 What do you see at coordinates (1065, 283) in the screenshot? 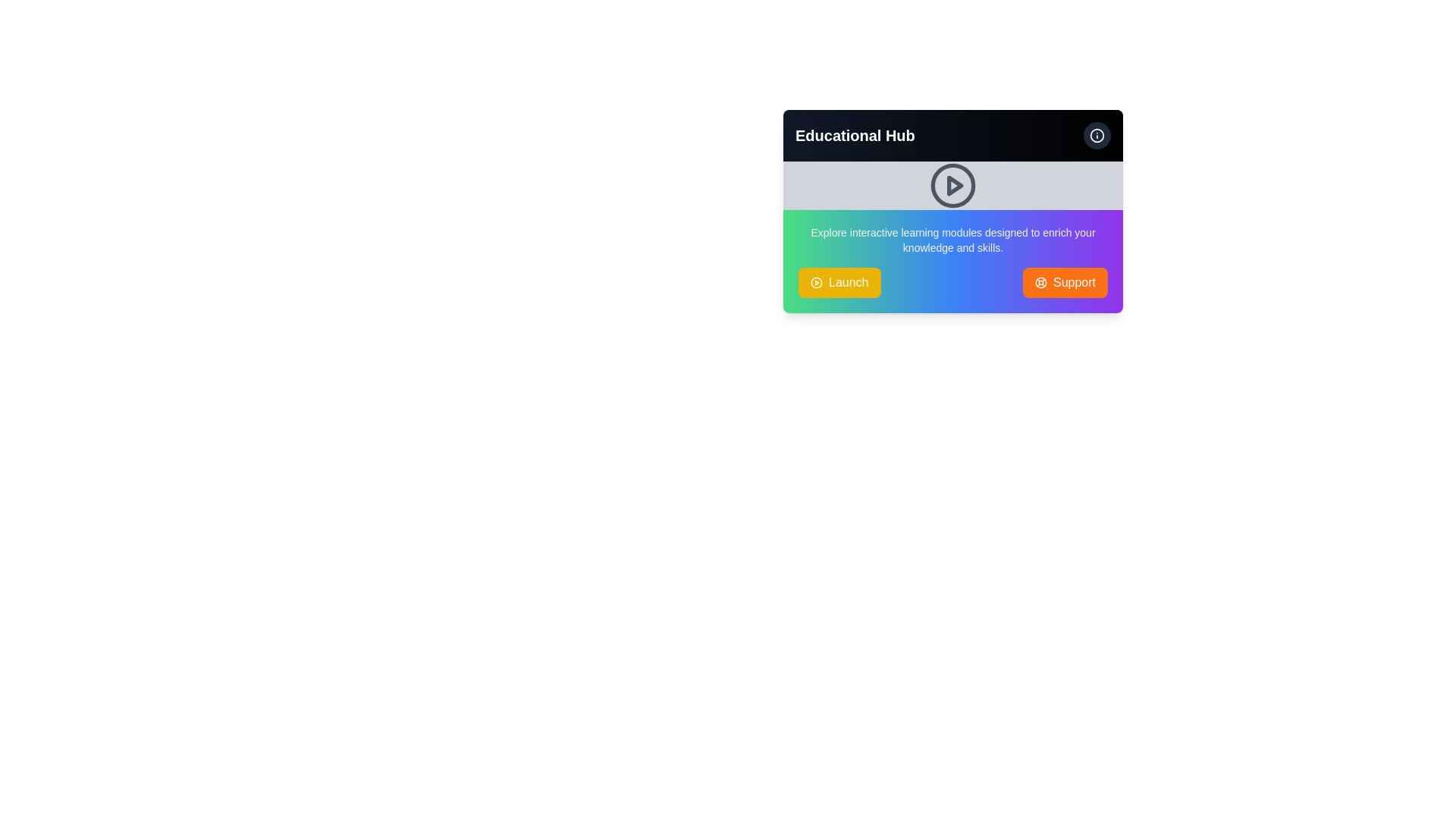
I see `the orange rounded rectangular button labeled 'Support' with a life buoy icon` at bounding box center [1065, 283].